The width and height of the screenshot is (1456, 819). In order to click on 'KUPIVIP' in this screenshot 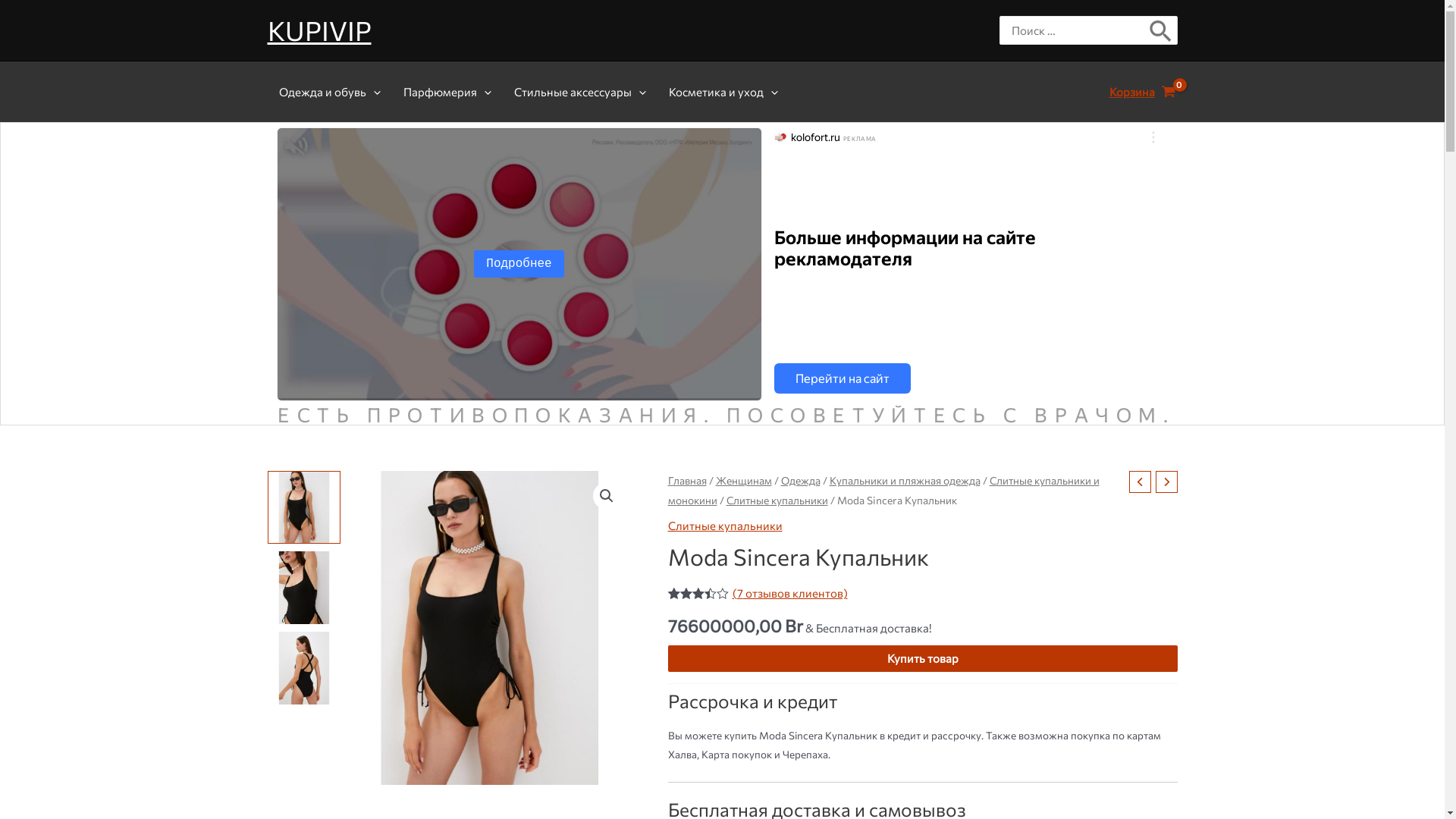, I will do `click(318, 30)`.